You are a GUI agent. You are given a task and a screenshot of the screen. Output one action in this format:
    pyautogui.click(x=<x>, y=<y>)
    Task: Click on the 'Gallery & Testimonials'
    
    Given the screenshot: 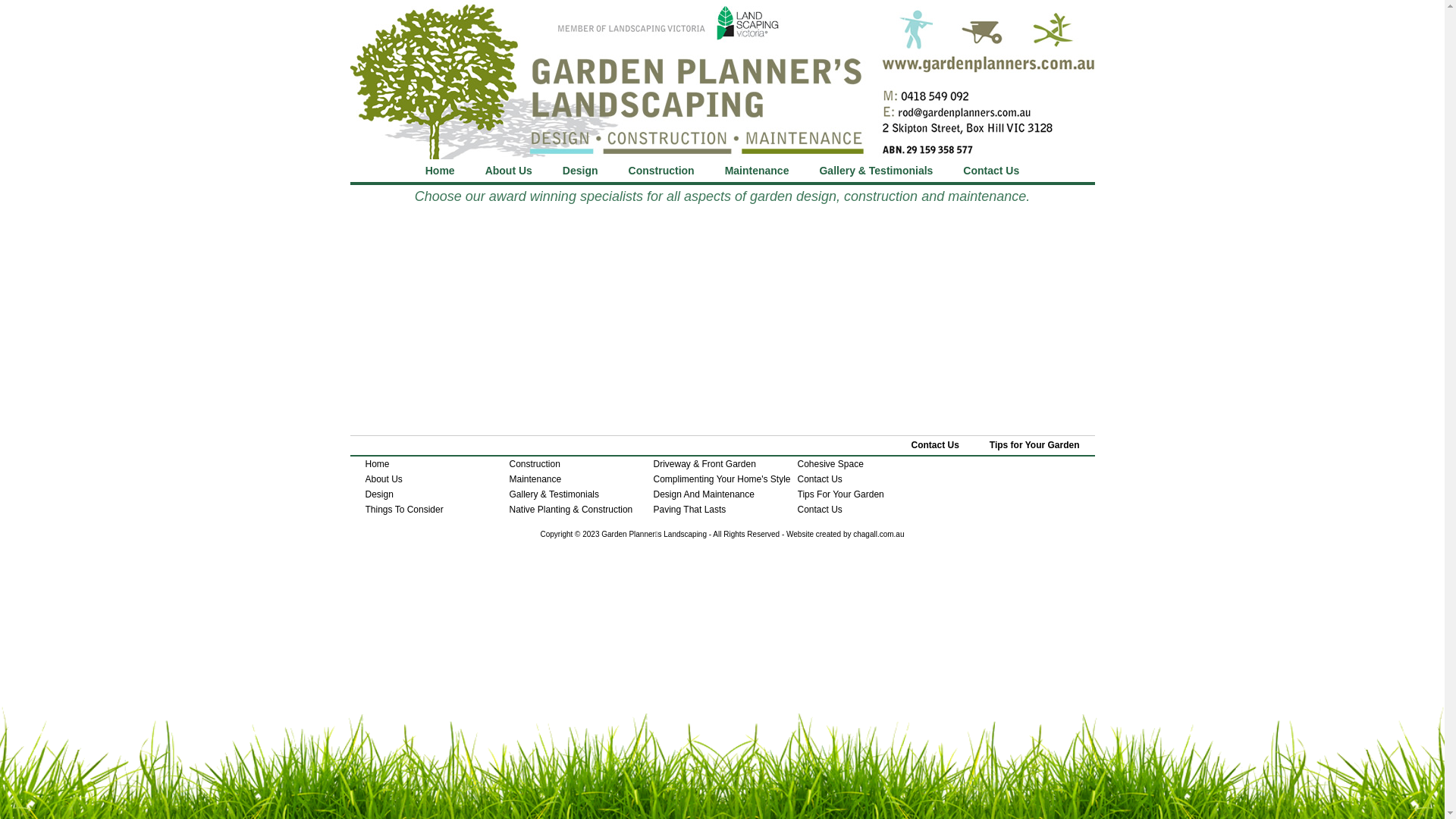 What is the action you would take?
    pyautogui.click(x=554, y=494)
    